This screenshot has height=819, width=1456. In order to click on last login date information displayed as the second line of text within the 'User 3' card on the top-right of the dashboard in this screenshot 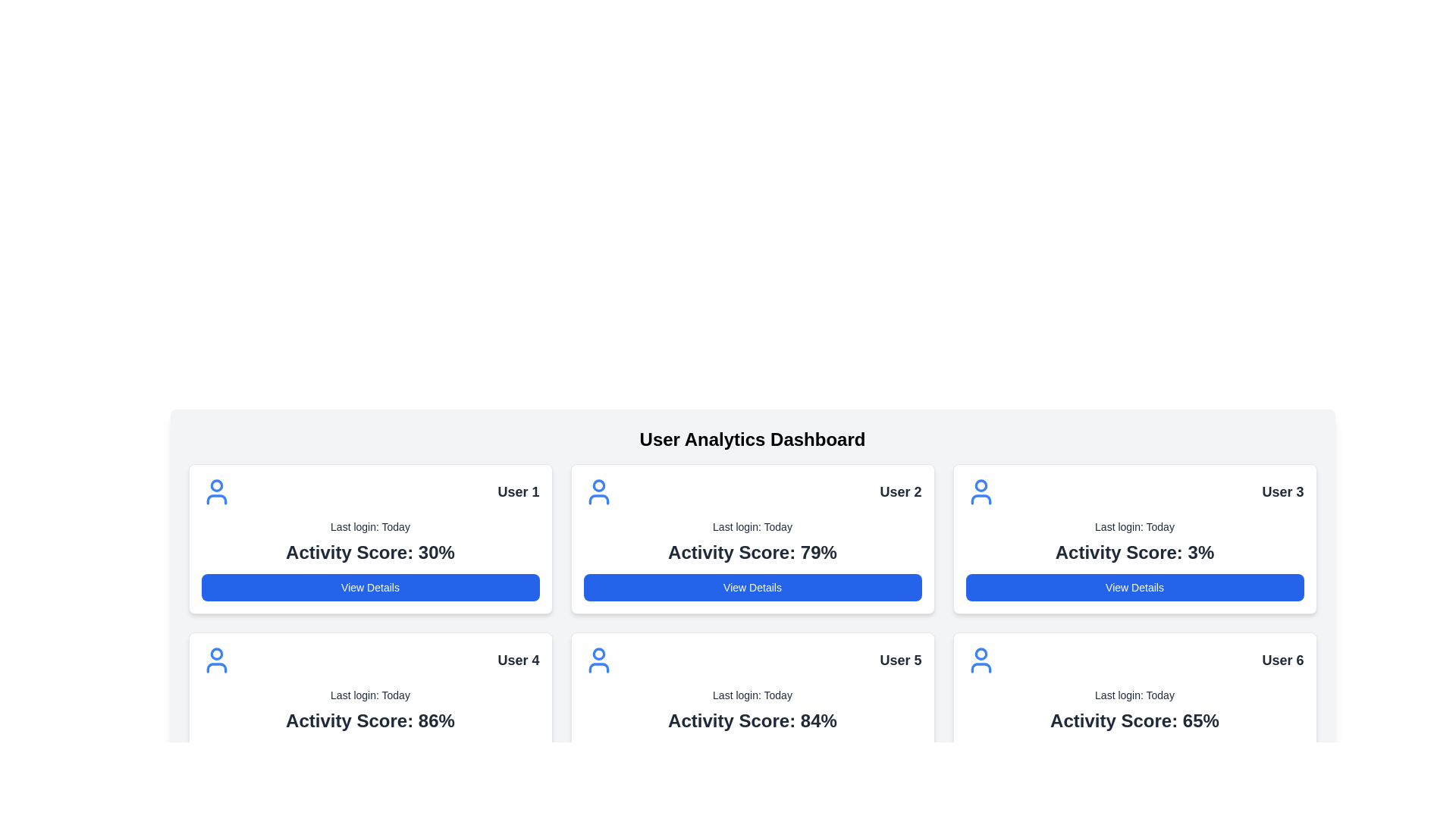, I will do `click(1134, 526)`.